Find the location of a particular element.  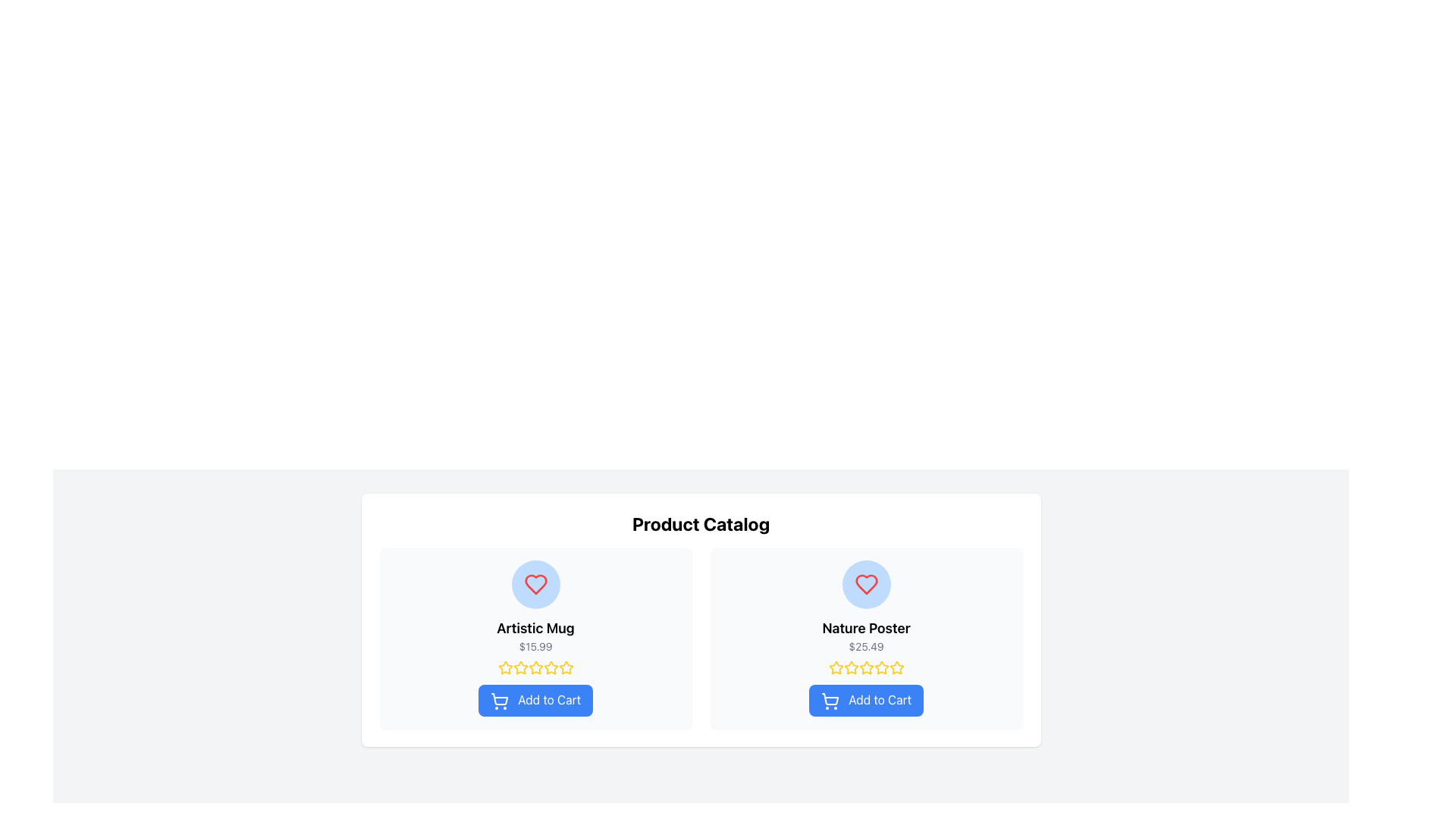

the sixth star icon in the rating section beneath the 'Nature Poster' product card, which is styled with a yellow border and white fill is located at coordinates (881, 667).